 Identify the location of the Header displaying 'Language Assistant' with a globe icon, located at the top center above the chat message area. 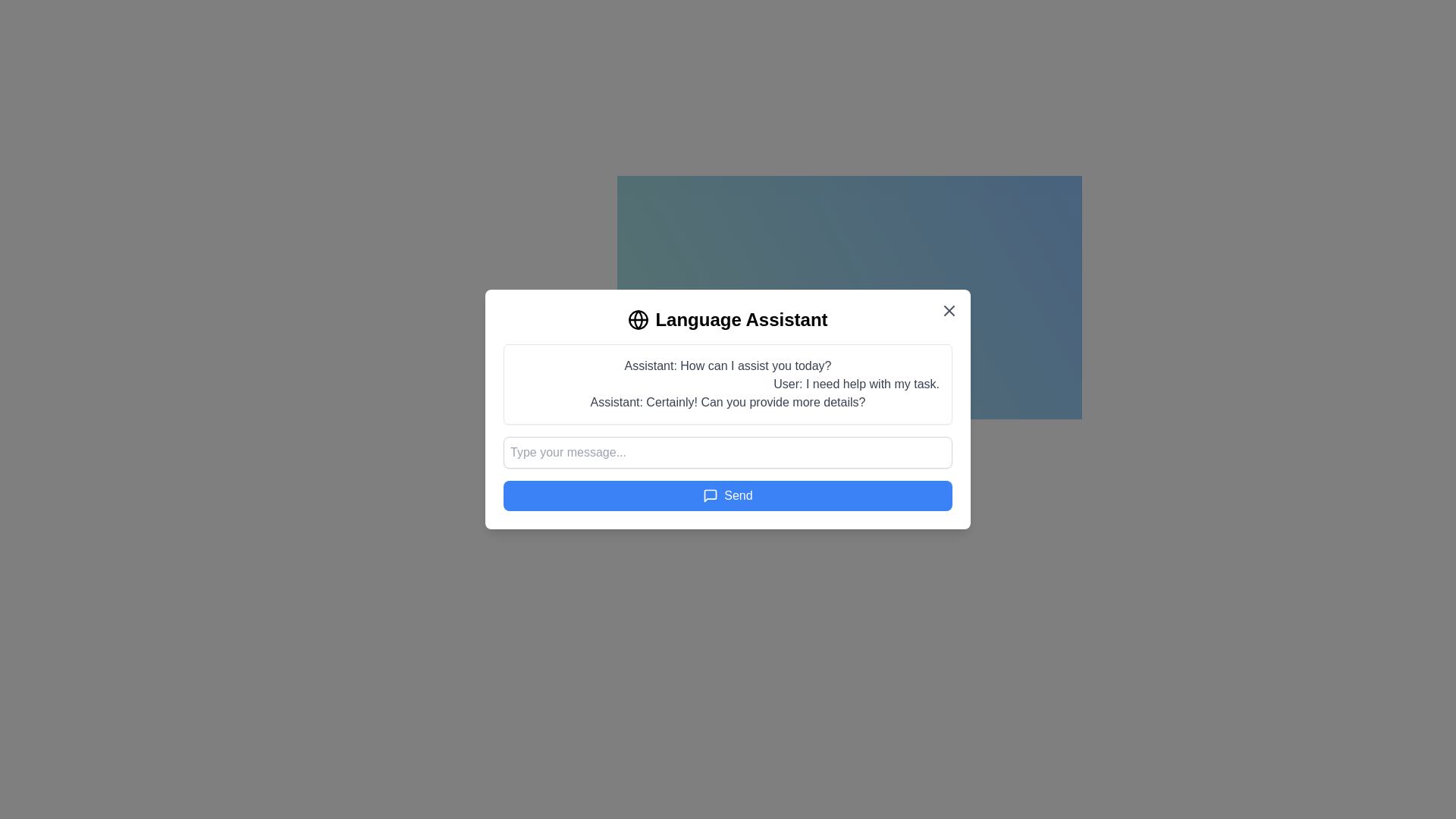
(728, 318).